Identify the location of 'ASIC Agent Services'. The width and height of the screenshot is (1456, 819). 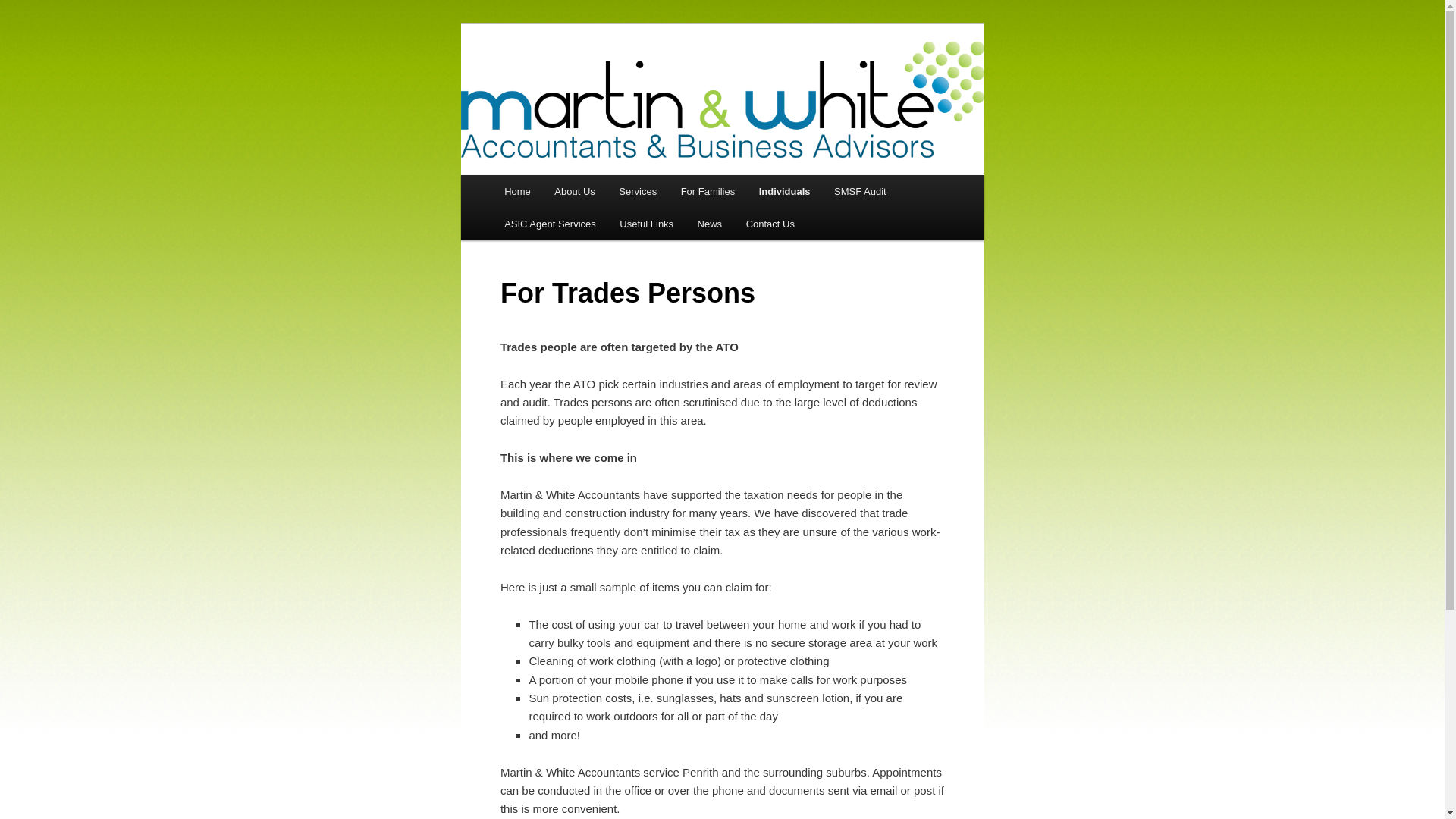
(548, 224).